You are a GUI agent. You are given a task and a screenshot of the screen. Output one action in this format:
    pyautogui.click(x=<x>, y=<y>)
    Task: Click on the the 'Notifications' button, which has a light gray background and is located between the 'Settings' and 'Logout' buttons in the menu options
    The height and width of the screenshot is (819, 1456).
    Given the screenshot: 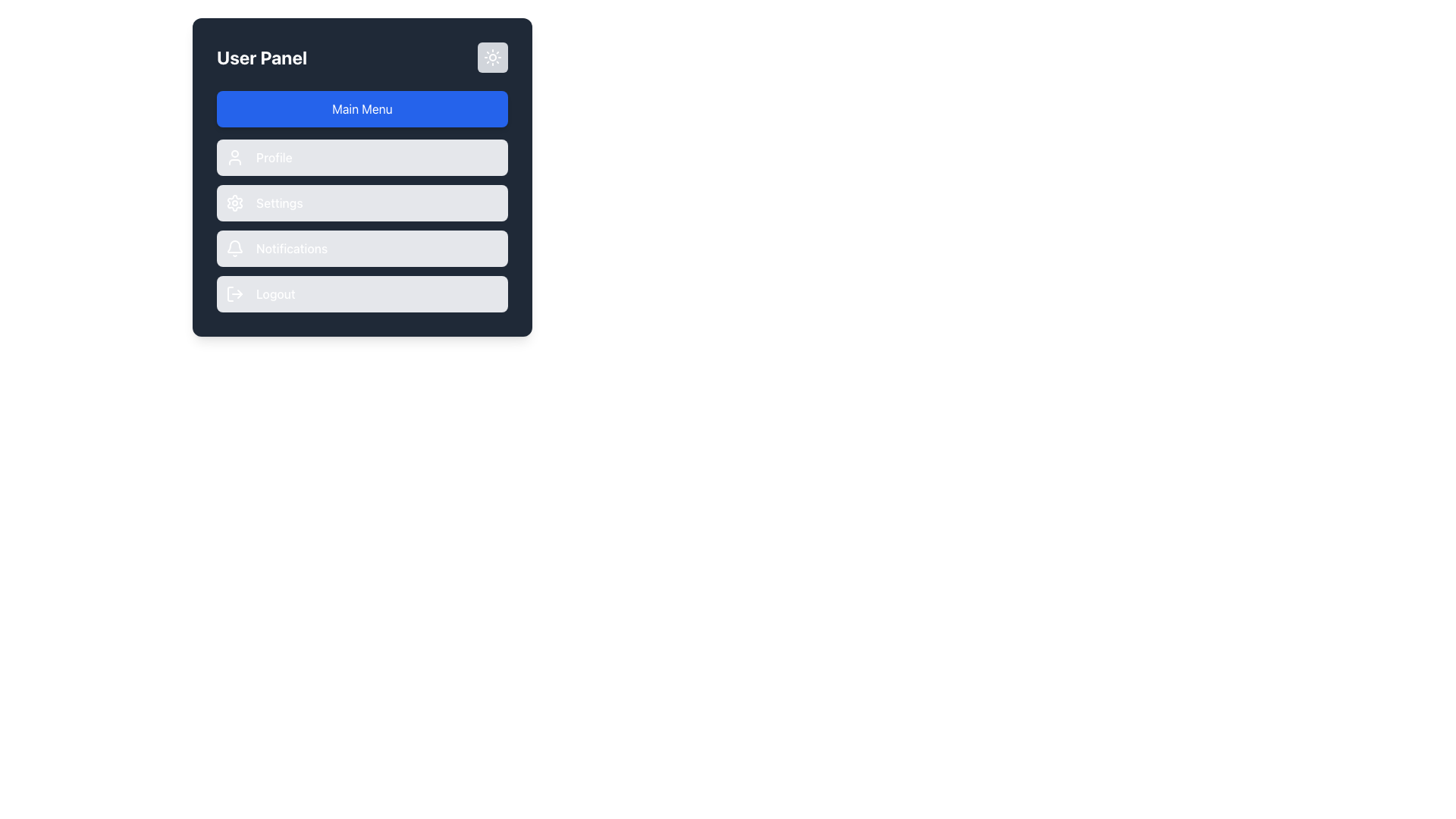 What is the action you would take?
    pyautogui.click(x=362, y=247)
    